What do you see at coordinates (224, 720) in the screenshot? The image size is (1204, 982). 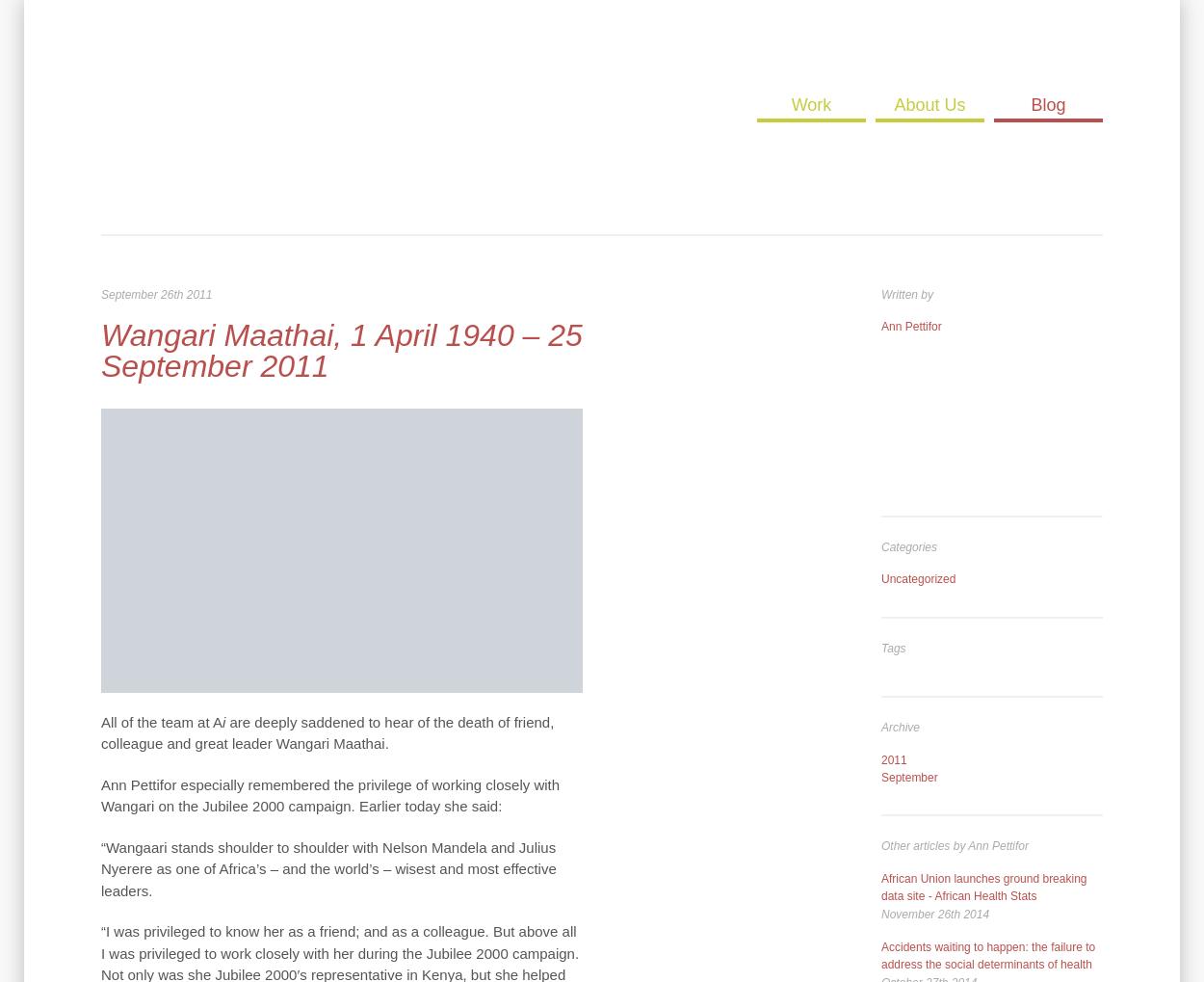 I see `'i'` at bounding box center [224, 720].